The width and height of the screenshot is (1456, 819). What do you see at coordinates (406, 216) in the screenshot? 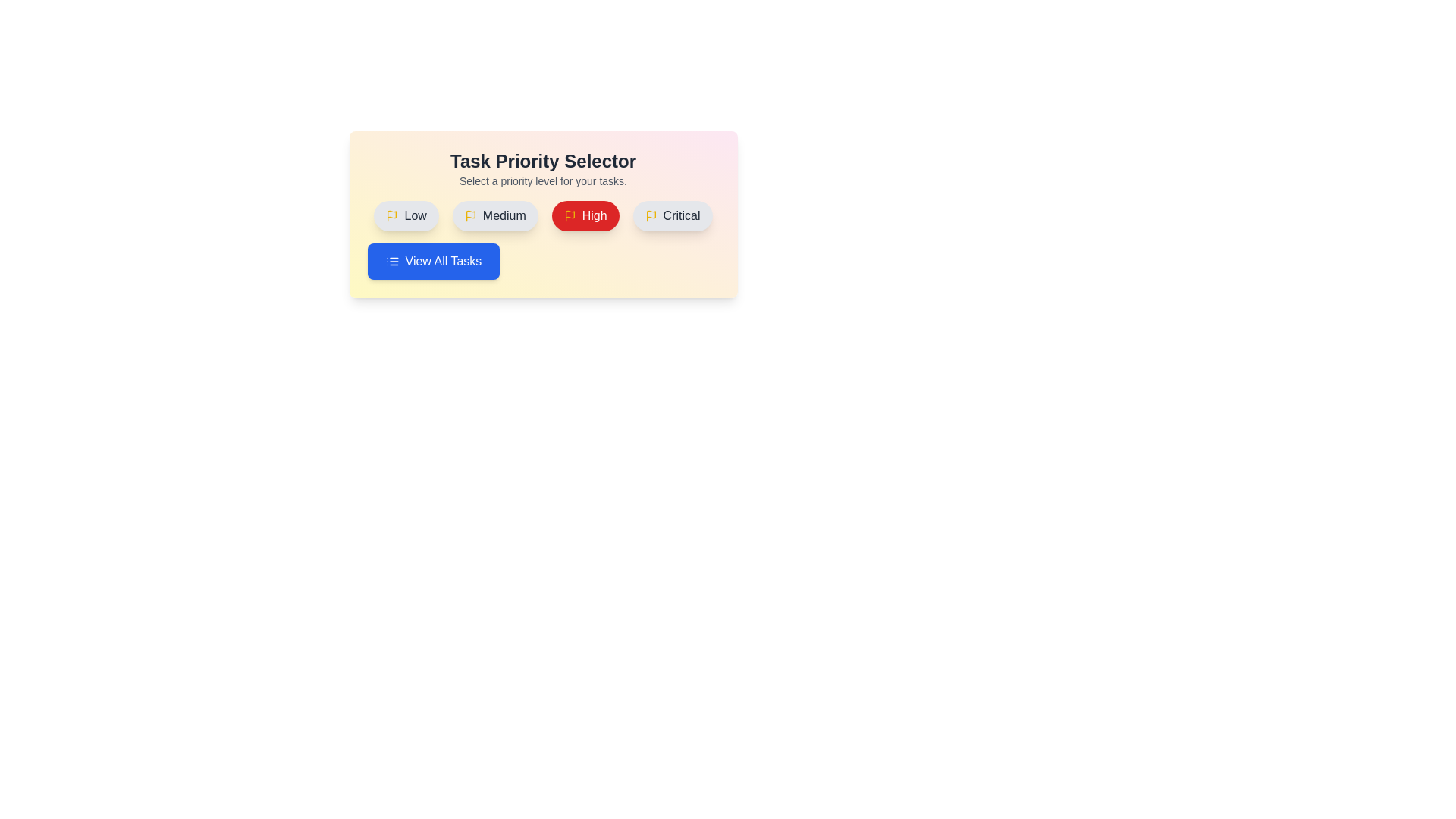
I see `the button labeled Low to observe its hover effect` at bounding box center [406, 216].